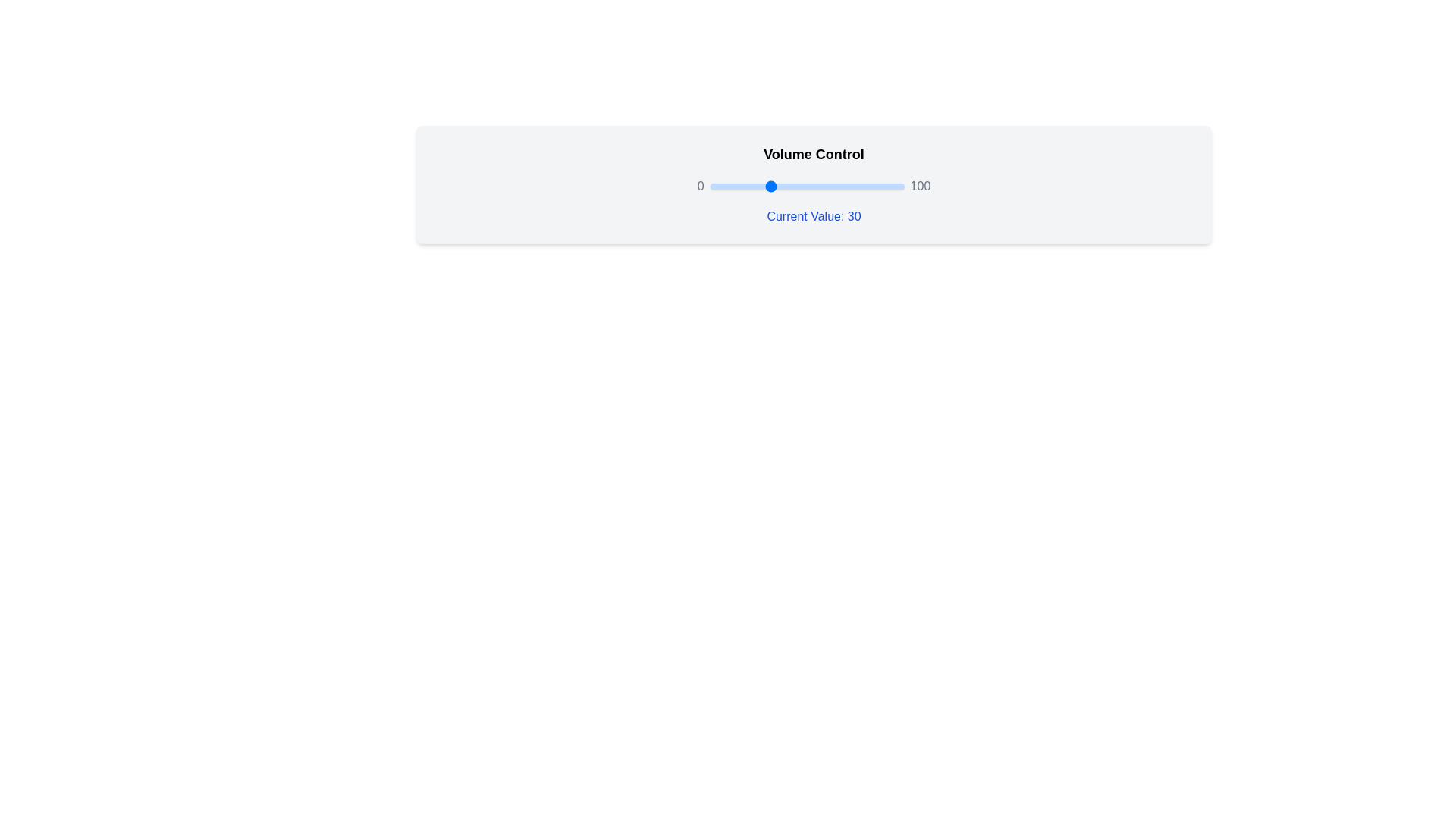 The image size is (1456, 819). I want to click on the slider to set the volume to 50, so click(806, 186).